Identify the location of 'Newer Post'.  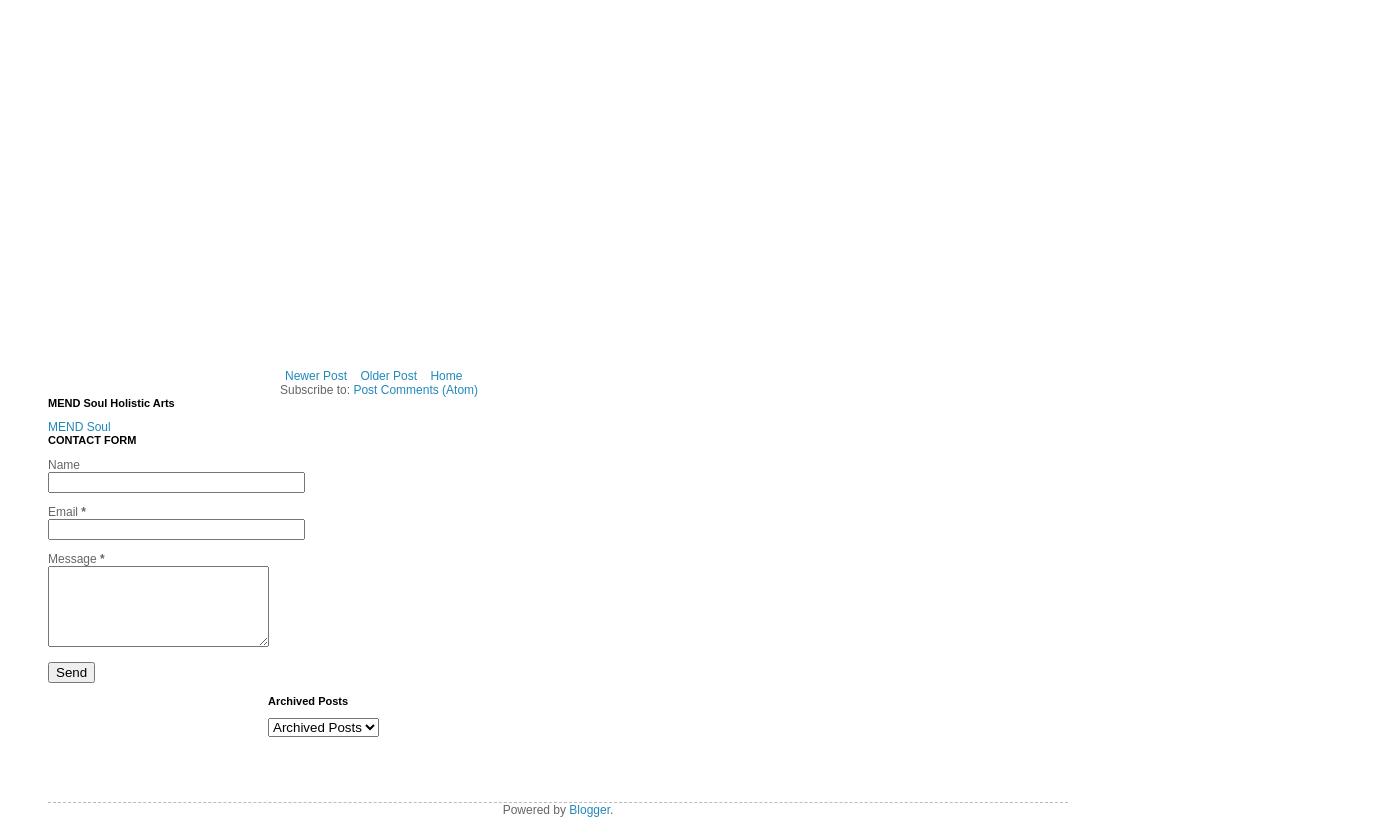
(283, 373).